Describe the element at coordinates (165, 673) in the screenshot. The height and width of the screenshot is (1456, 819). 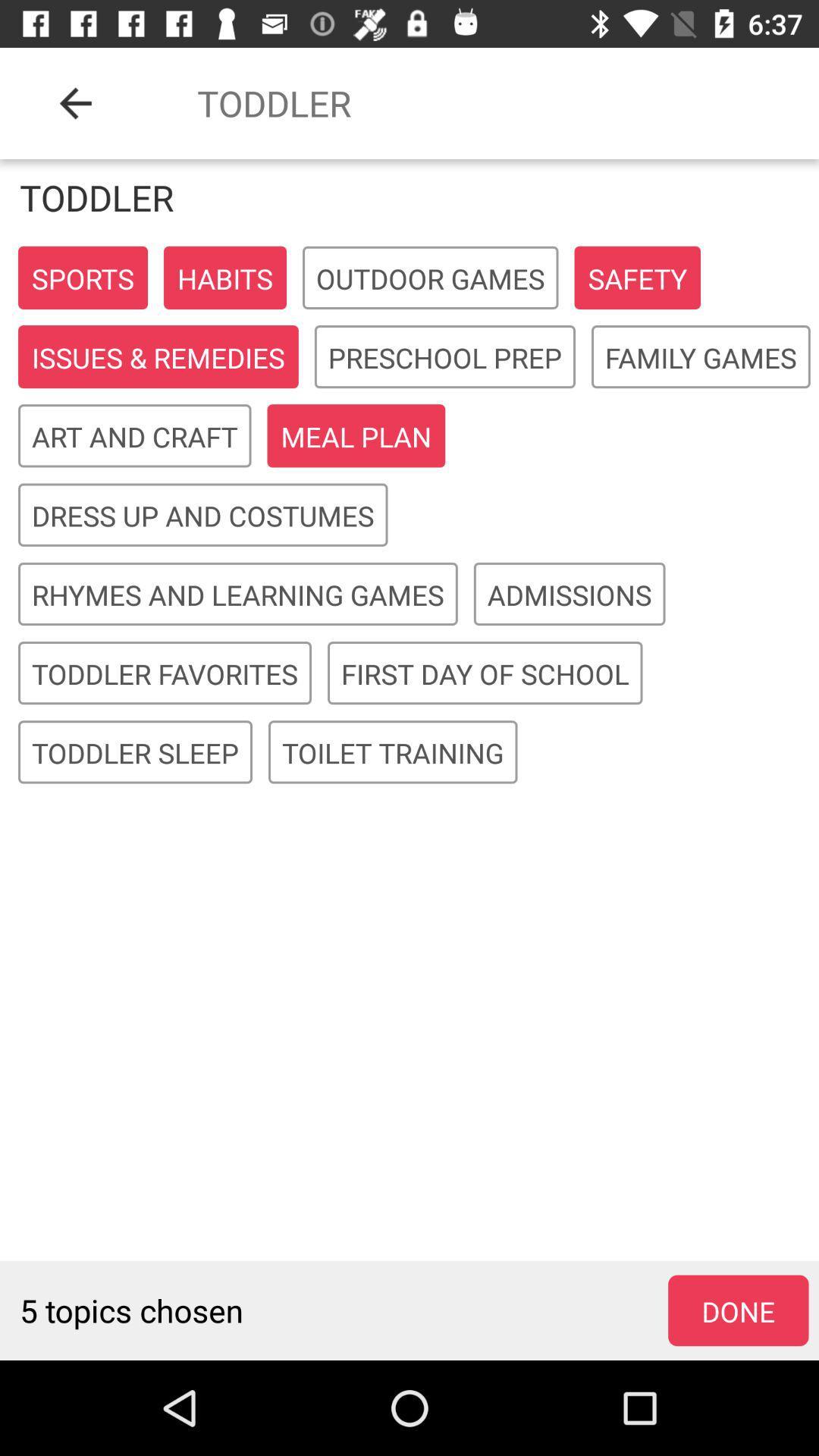
I see `item above the toddler sleep` at that location.